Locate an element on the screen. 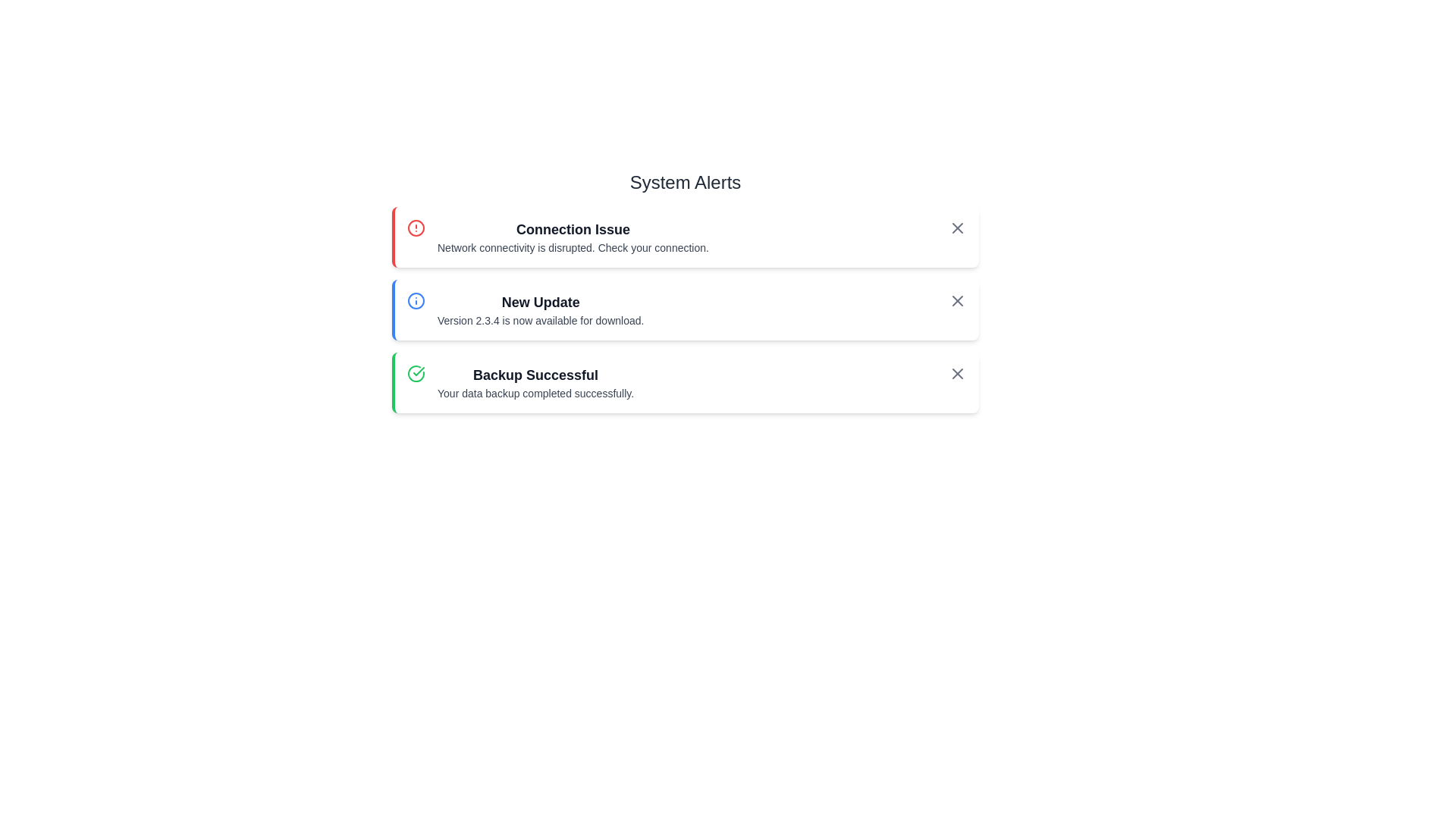  the close button located in the top-right corner of the 'Connection Issue' alert box is located at coordinates (956, 227).